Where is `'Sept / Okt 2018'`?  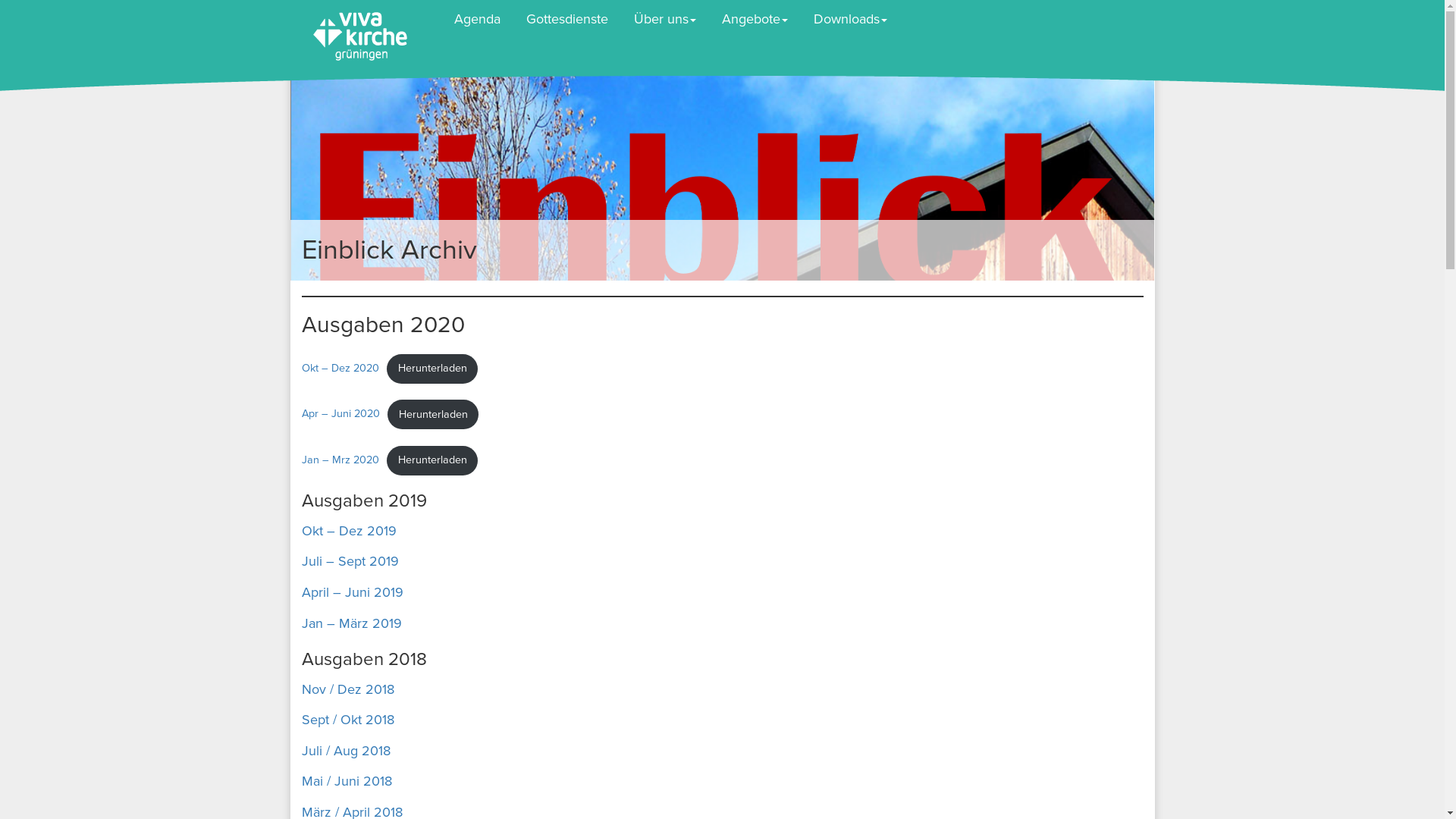
'Sept / Okt 2018' is located at coordinates (347, 718).